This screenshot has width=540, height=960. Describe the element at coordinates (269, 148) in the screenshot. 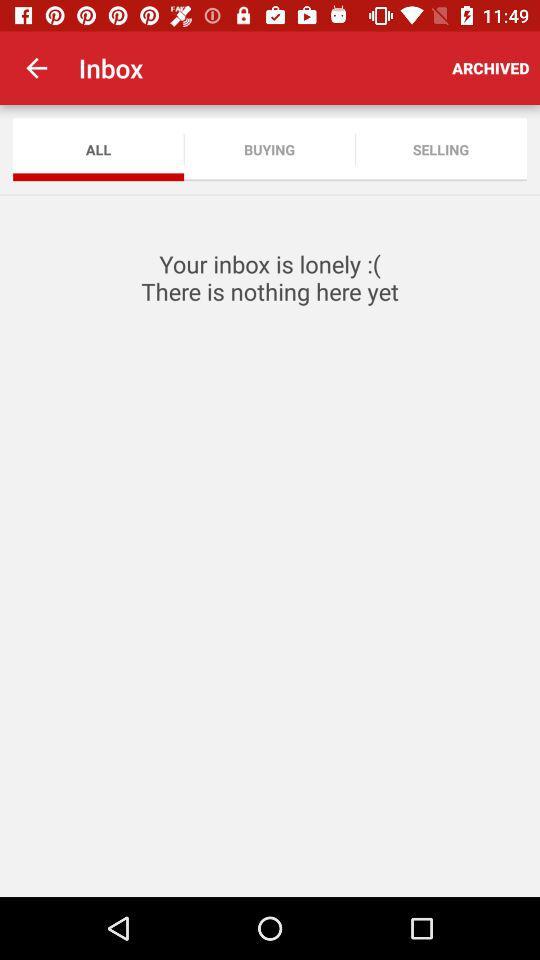

I see `icon next to selling app` at that location.